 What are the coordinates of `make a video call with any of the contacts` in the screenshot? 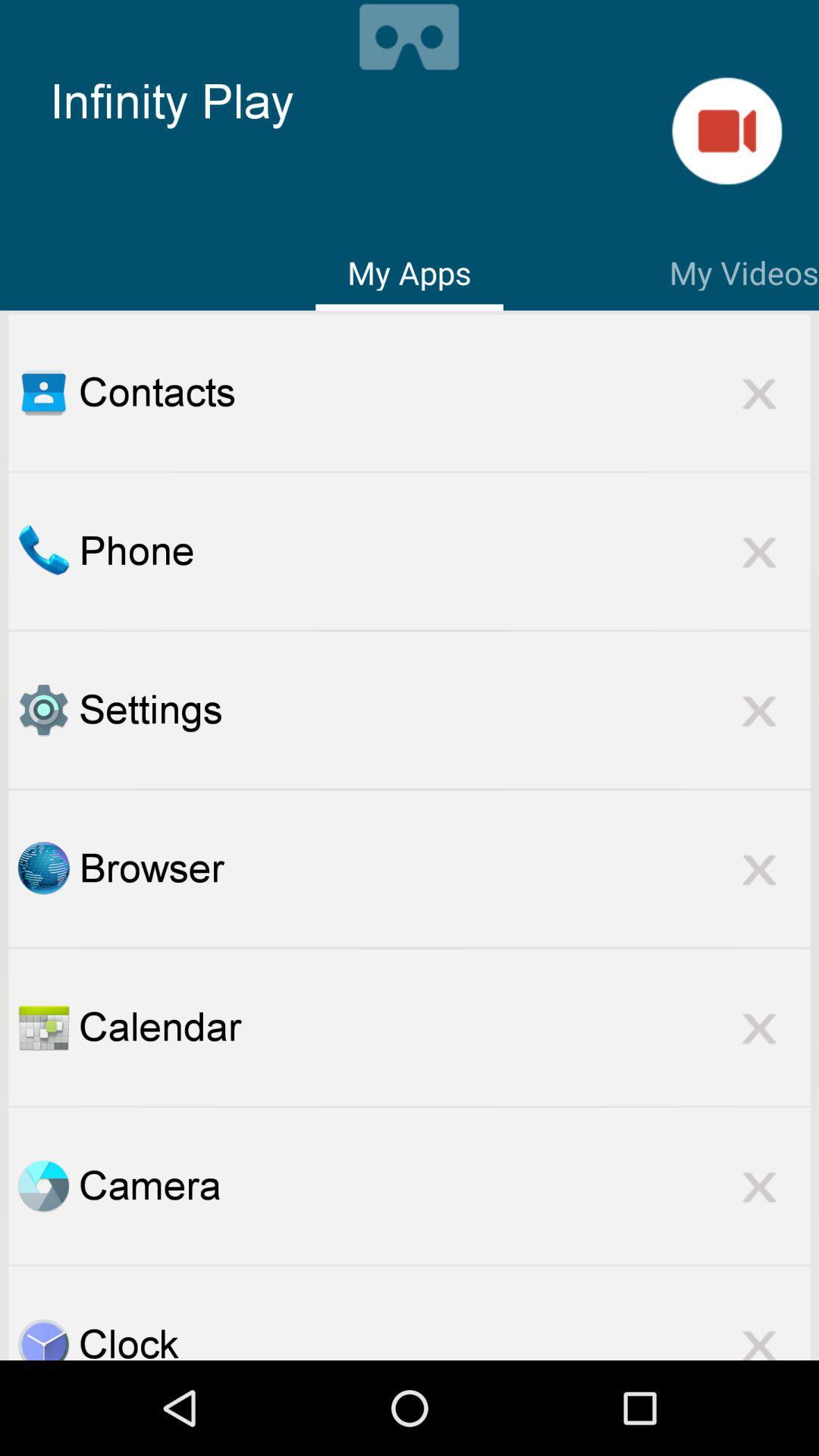 It's located at (726, 130).